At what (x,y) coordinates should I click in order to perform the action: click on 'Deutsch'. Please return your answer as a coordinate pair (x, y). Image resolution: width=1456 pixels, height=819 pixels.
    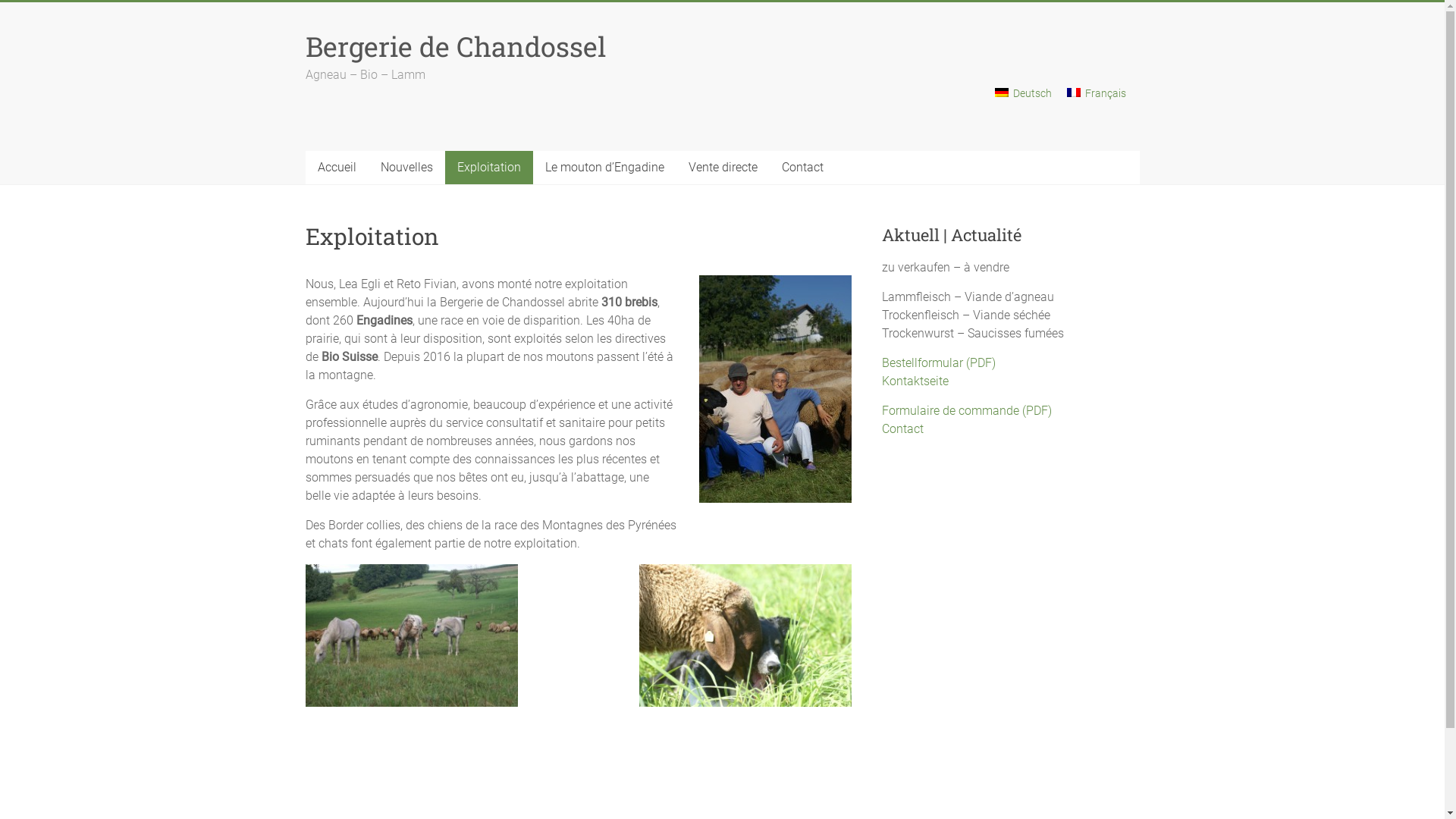
    Looking at the image, I should click on (1001, 93).